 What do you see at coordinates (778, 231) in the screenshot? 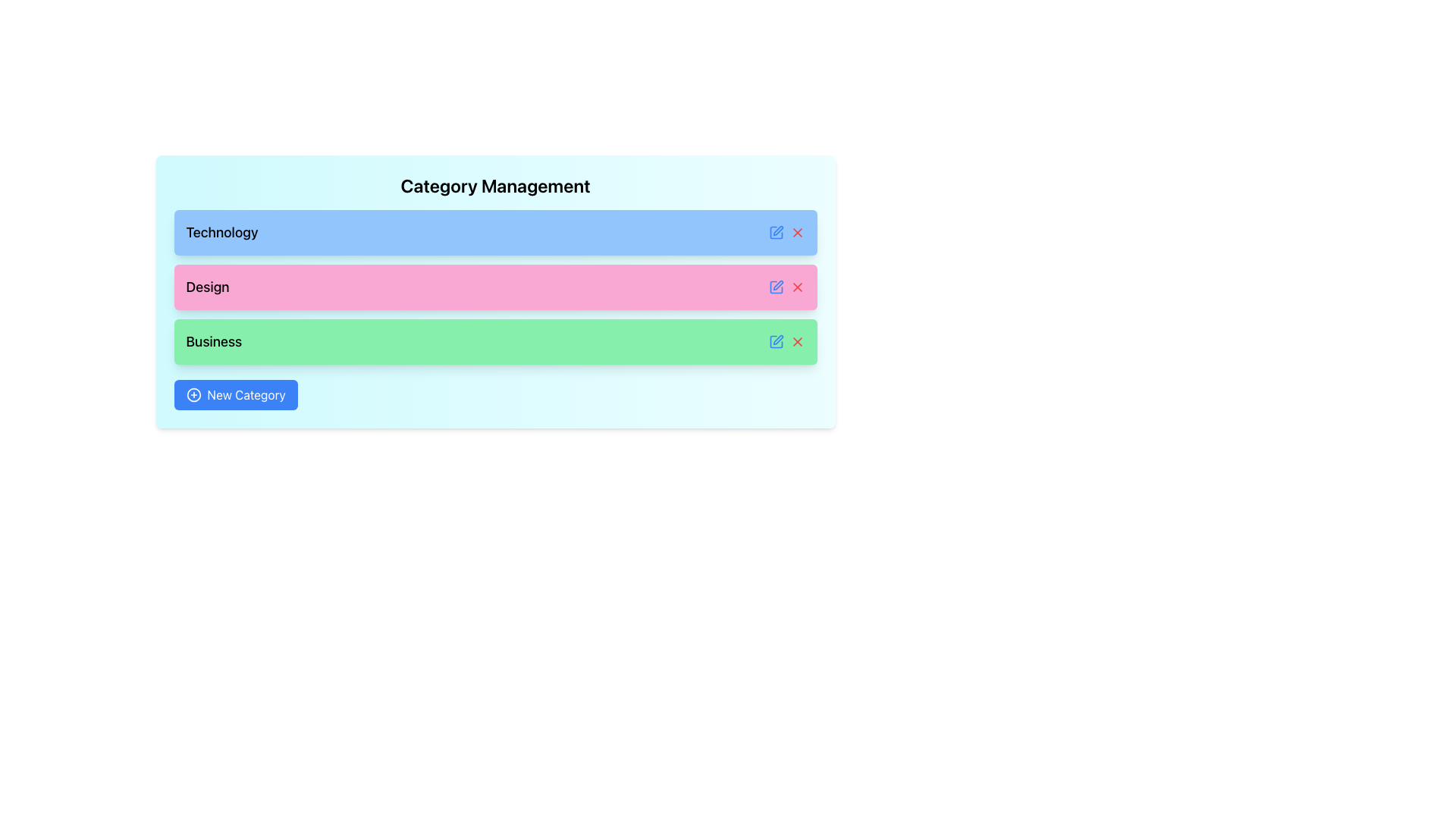
I see `the edit action icon button located in the upper-right section of the 'Technology' category row` at bounding box center [778, 231].